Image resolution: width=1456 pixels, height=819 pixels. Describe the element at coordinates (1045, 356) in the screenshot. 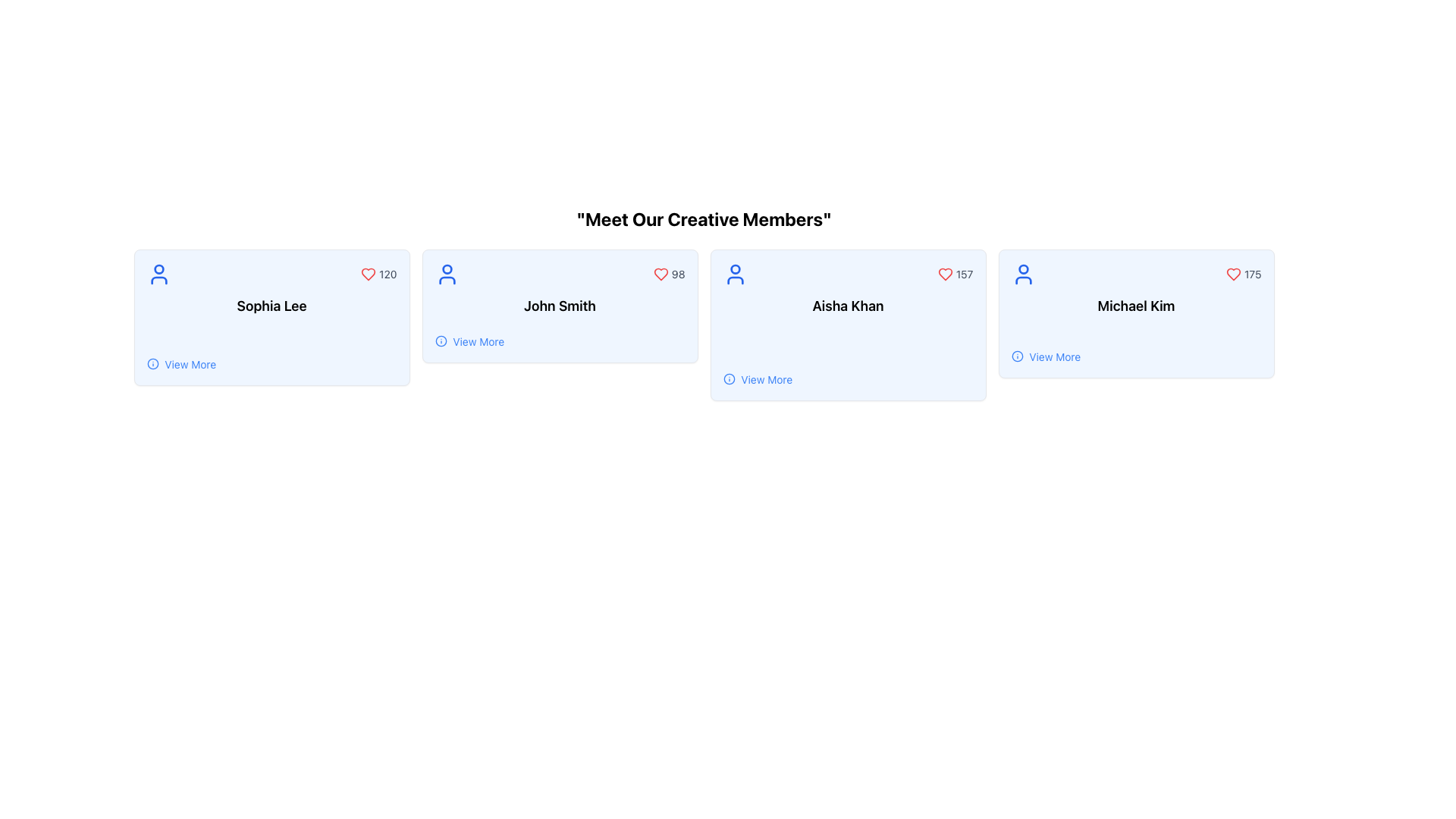

I see `the hyperlink located at the bottom-left corner of the card containing the name 'Michael Kim'` at that location.